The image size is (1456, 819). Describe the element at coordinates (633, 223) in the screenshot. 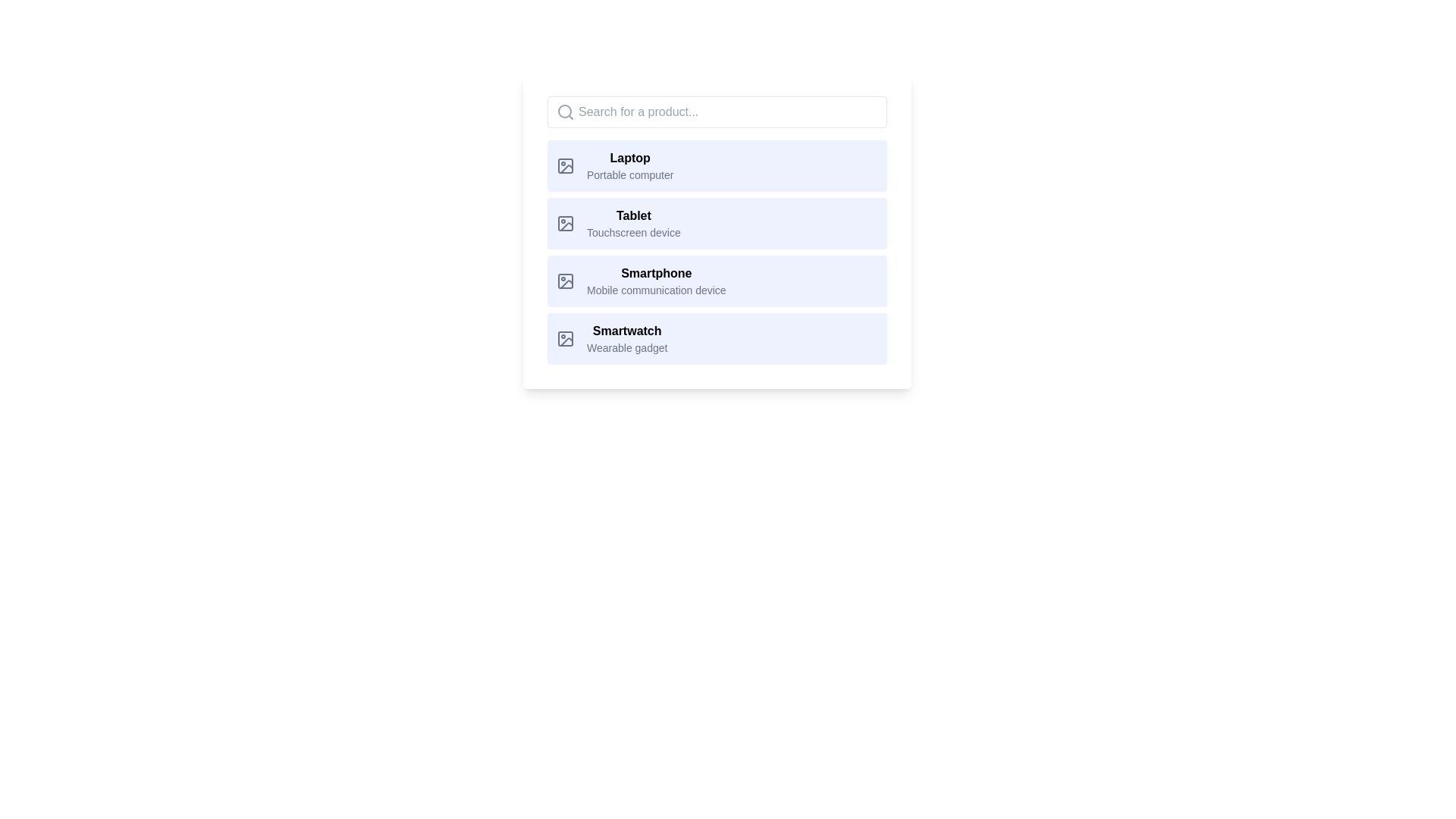

I see `the 'Tablet' text label within the selectable list item that features a light-blue background and consists of two lines of text, where the first line is 'Tablet' in bold and the second line is 'Touchscreen device' in smaller gray text` at that location.